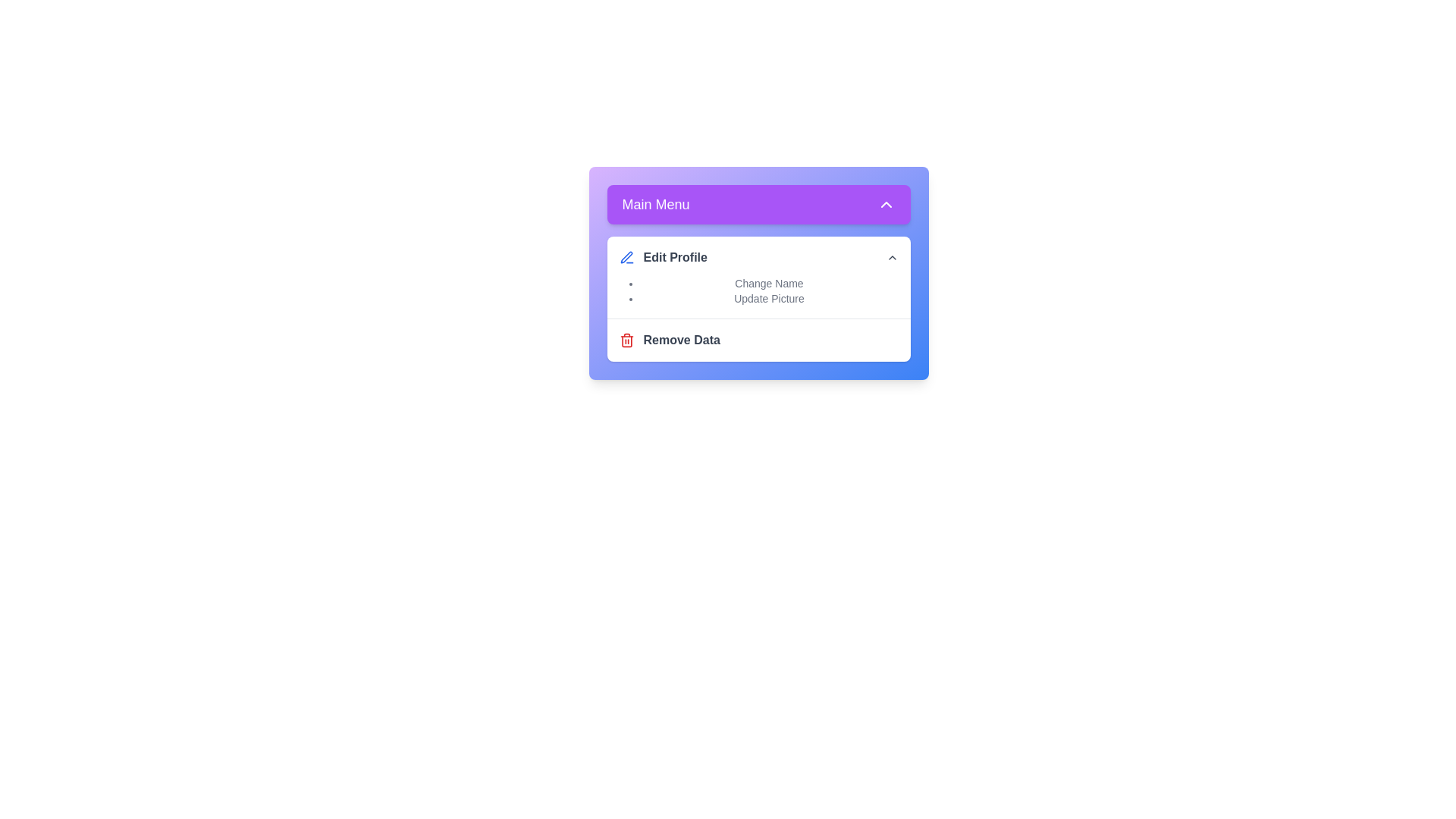  I want to click on the 'Edit Profile' button to toggle the submenu, so click(758, 256).